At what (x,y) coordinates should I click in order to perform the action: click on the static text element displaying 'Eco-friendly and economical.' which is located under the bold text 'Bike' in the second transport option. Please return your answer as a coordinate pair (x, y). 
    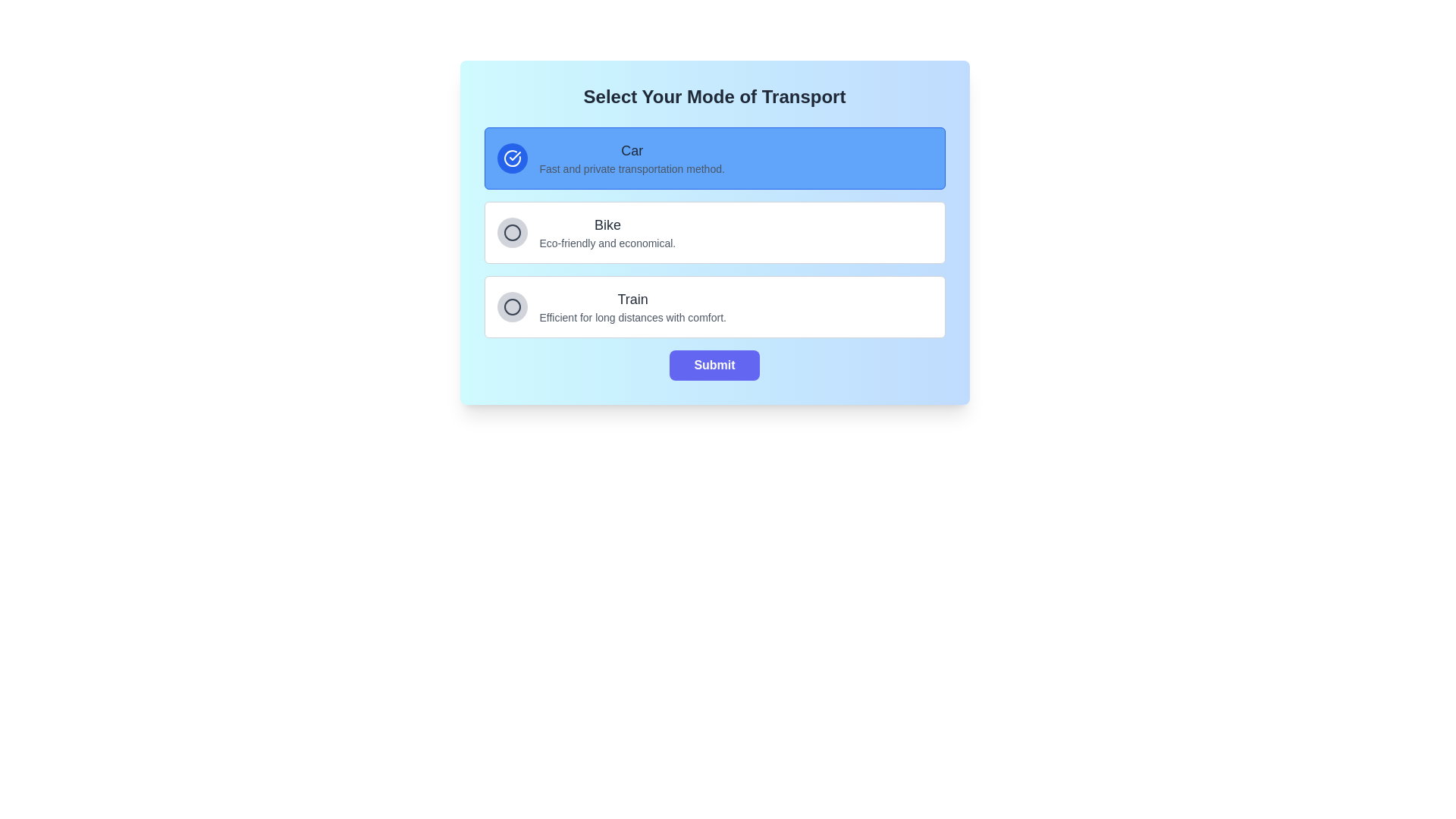
    Looking at the image, I should click on (607, 242).